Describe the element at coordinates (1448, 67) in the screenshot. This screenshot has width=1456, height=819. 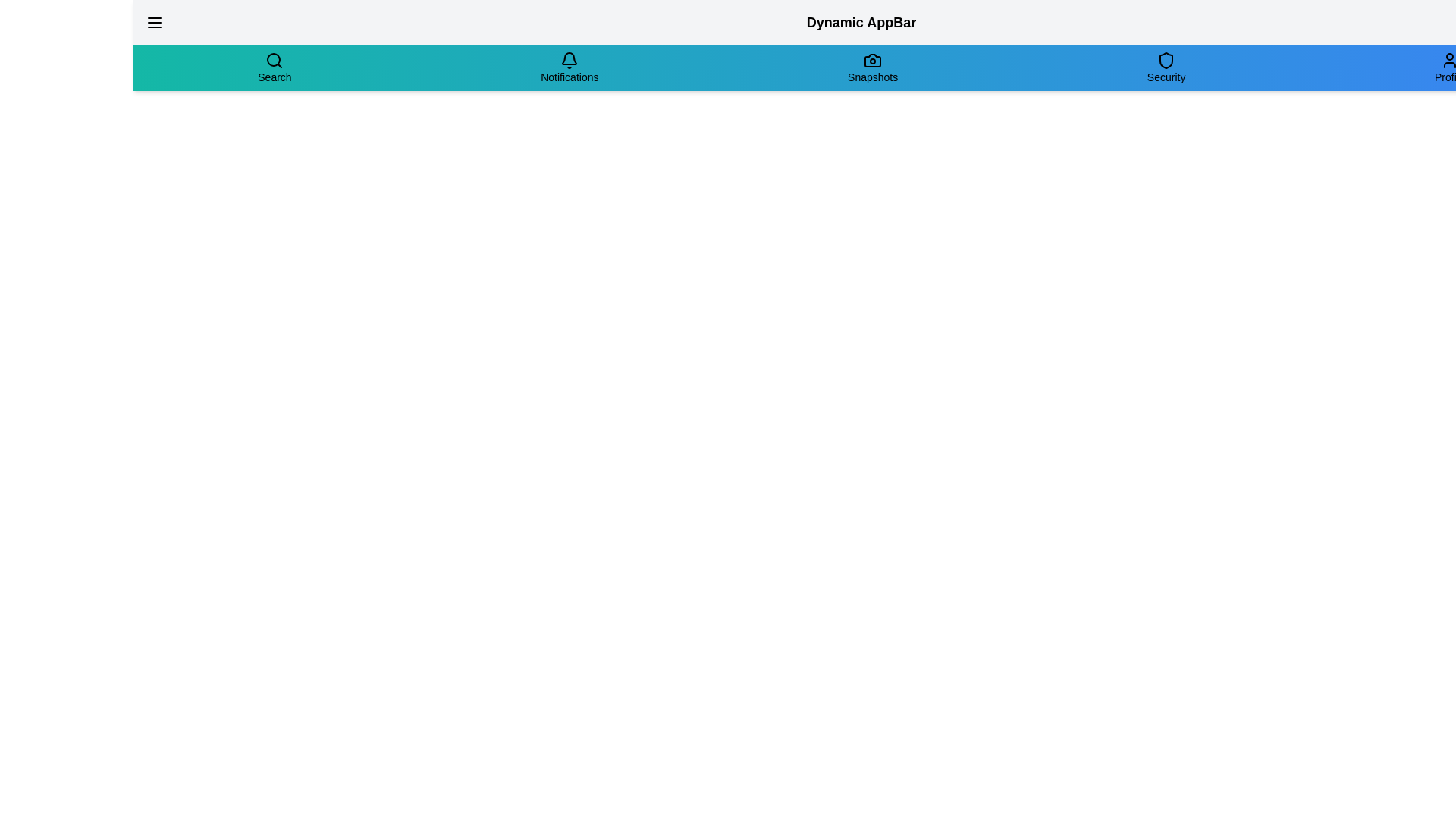
I see `the navigation item labeled Profile` at that location.